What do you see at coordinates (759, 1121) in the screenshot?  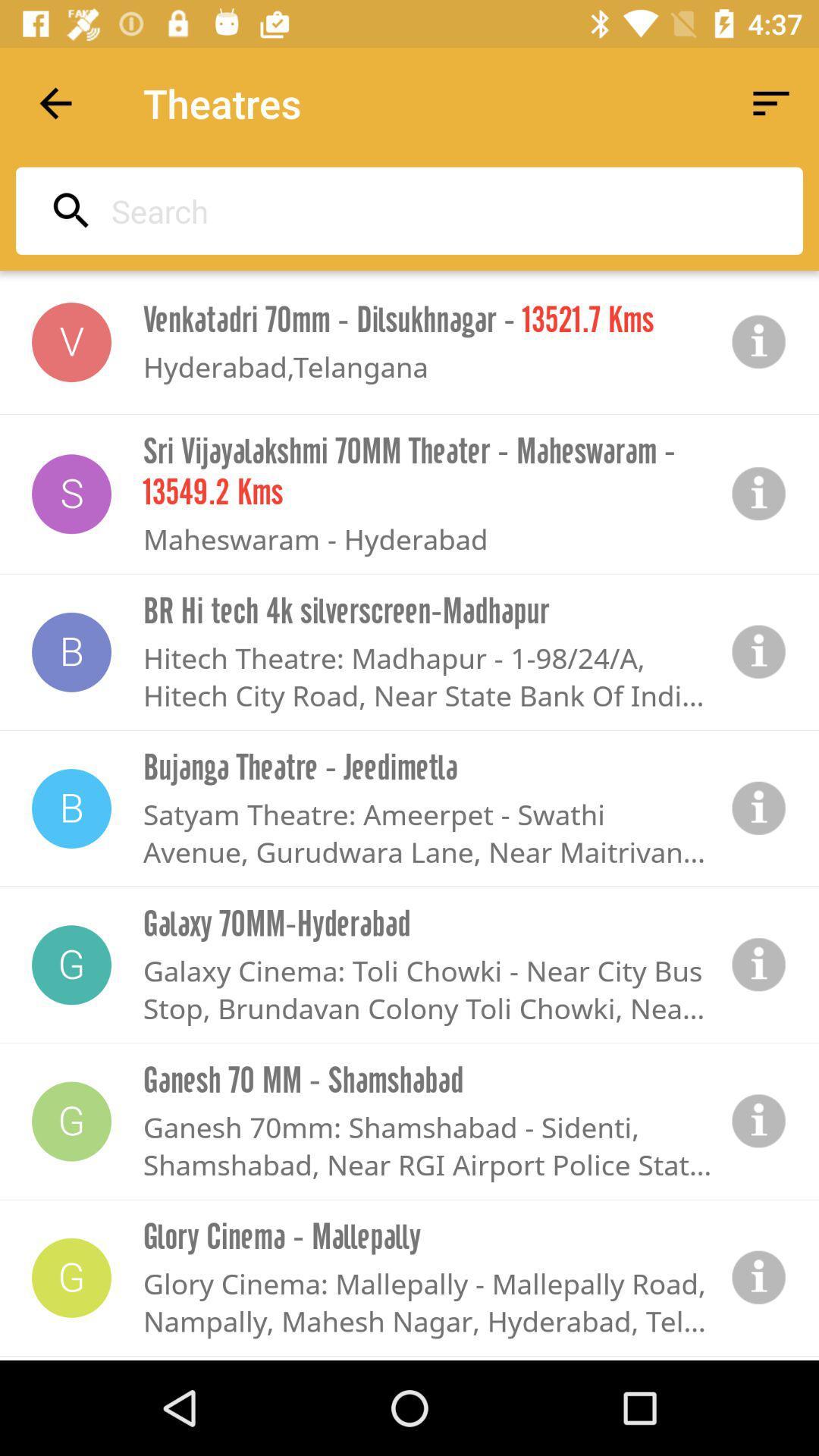 I see `information` at bounding box center [759, 1121].